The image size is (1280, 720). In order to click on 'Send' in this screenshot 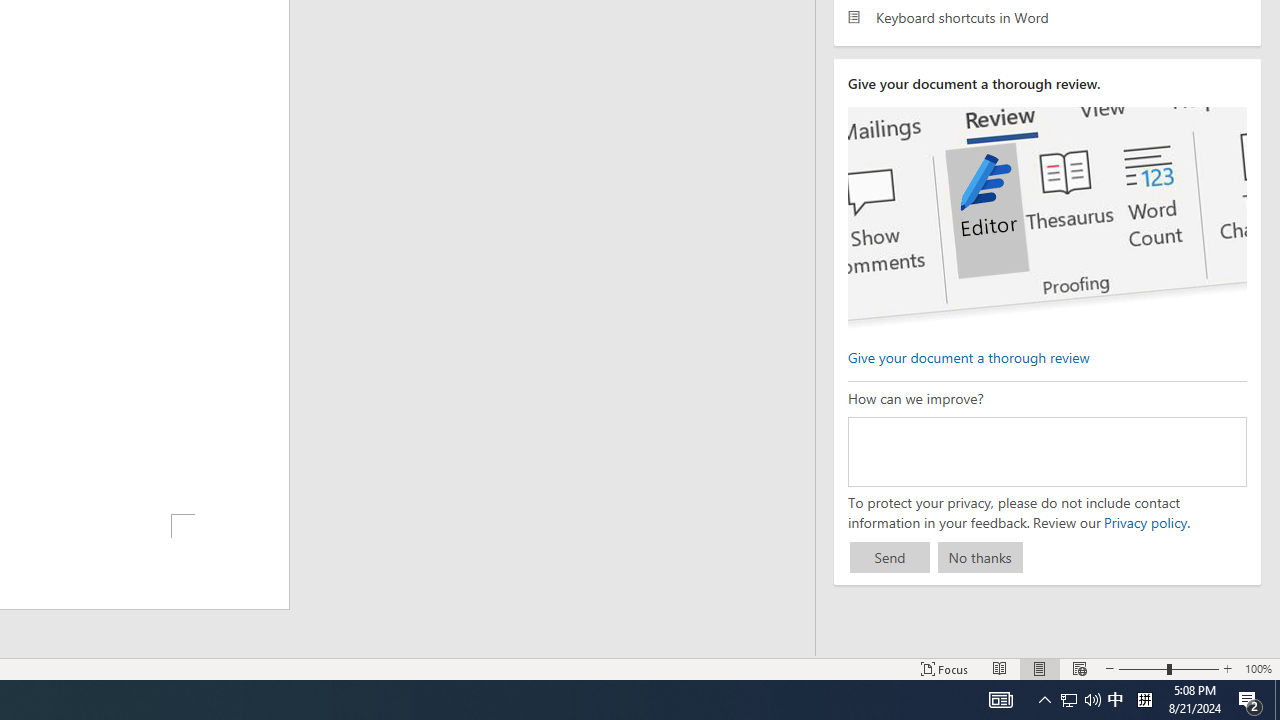, I will do `click(889, 557)`.